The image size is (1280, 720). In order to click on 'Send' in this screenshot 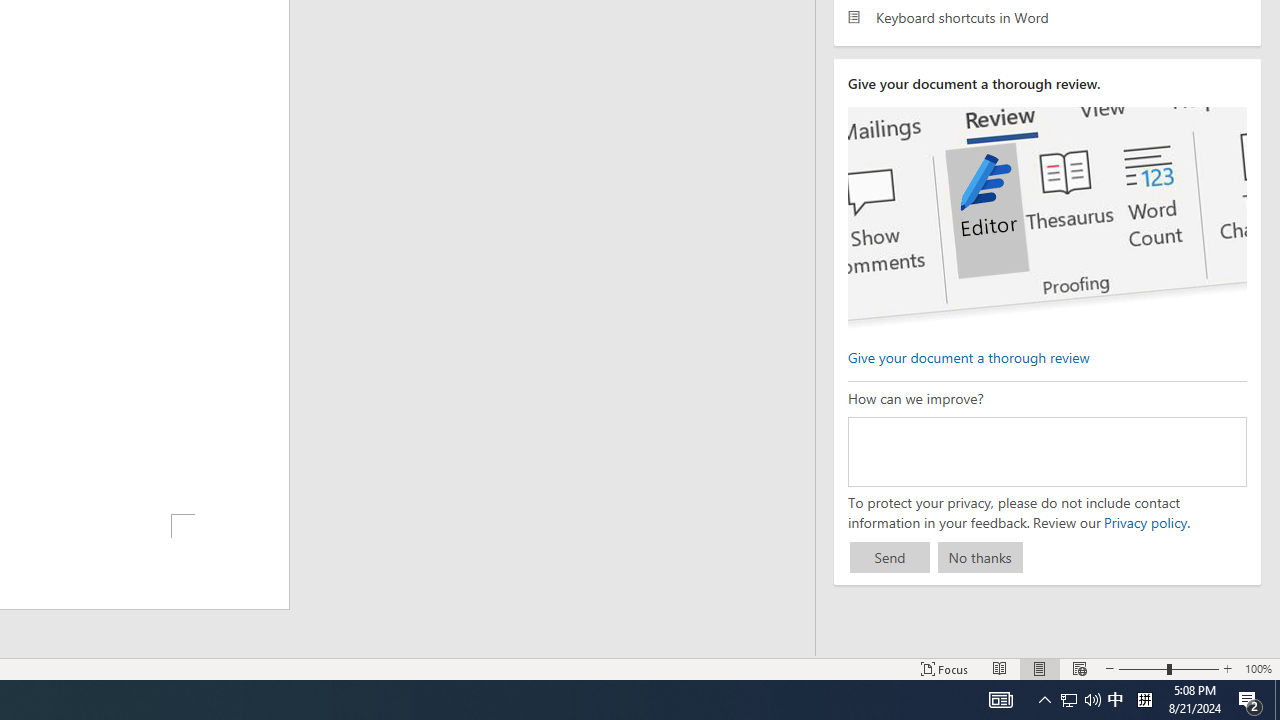, I will do `click(889, 557)`.